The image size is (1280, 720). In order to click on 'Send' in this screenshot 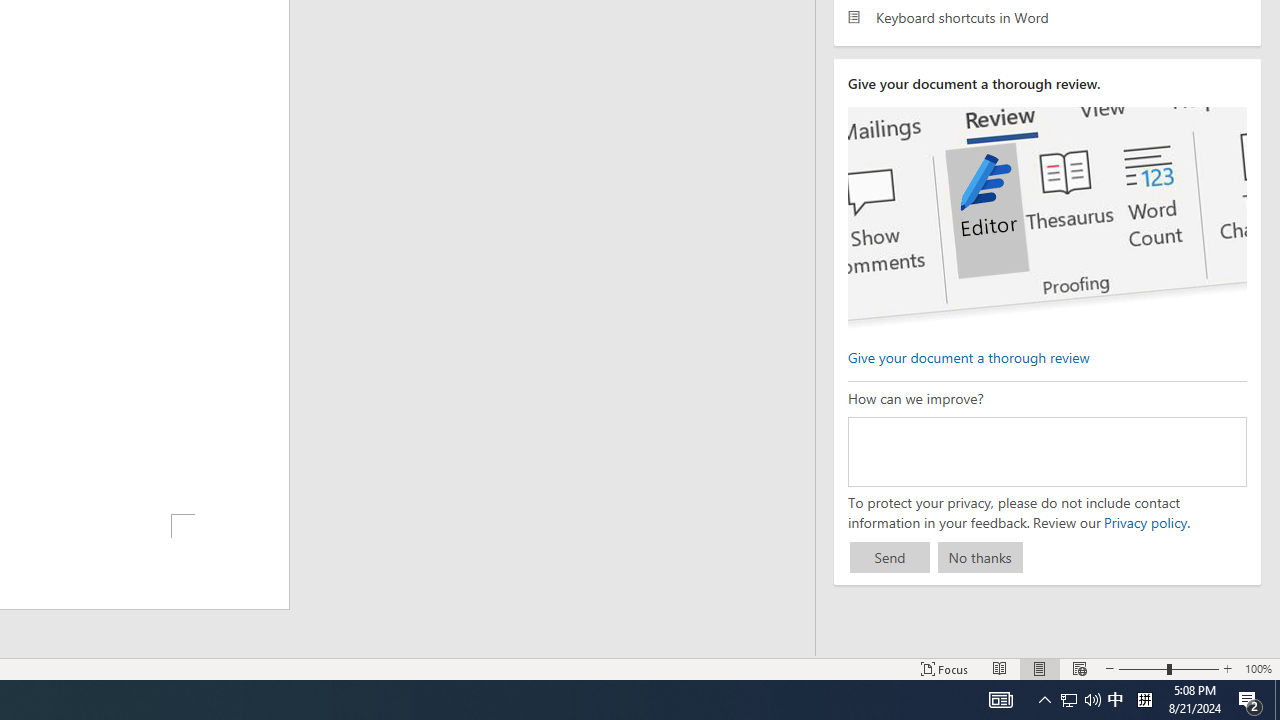, I will do `click(889, 557)`.